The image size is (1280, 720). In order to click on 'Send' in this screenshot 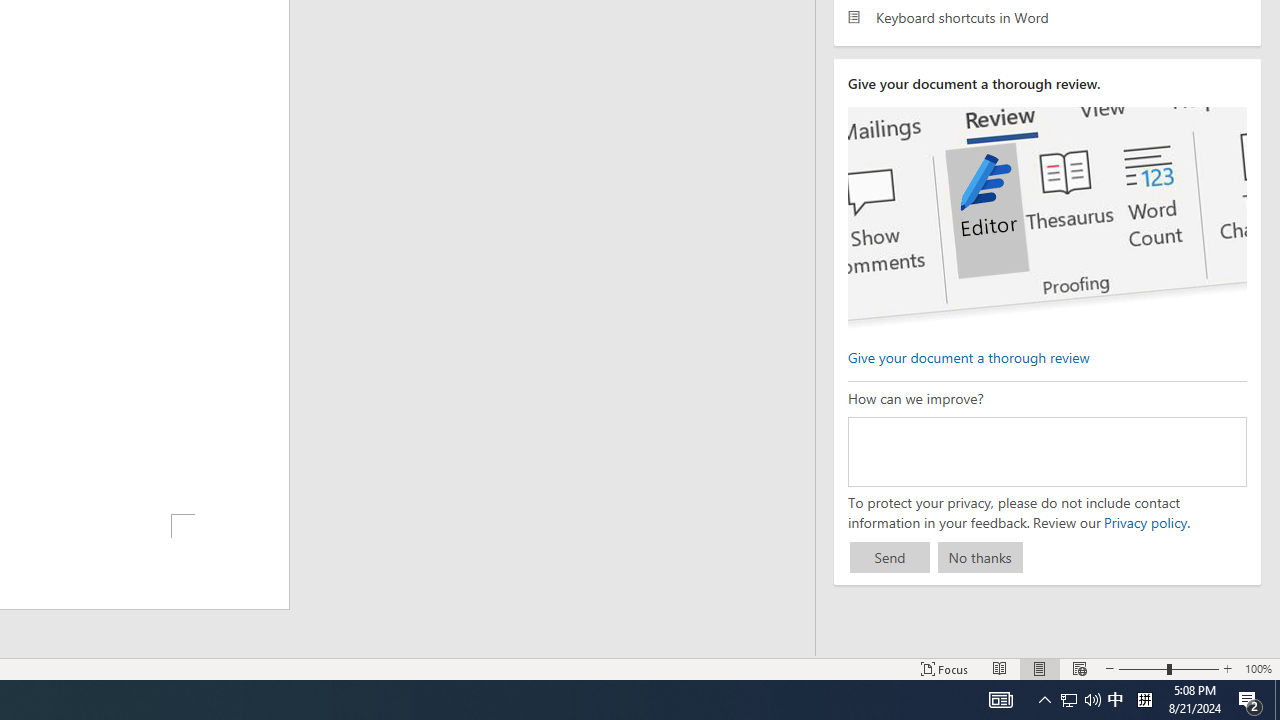, I will do `click(889, 557)`.